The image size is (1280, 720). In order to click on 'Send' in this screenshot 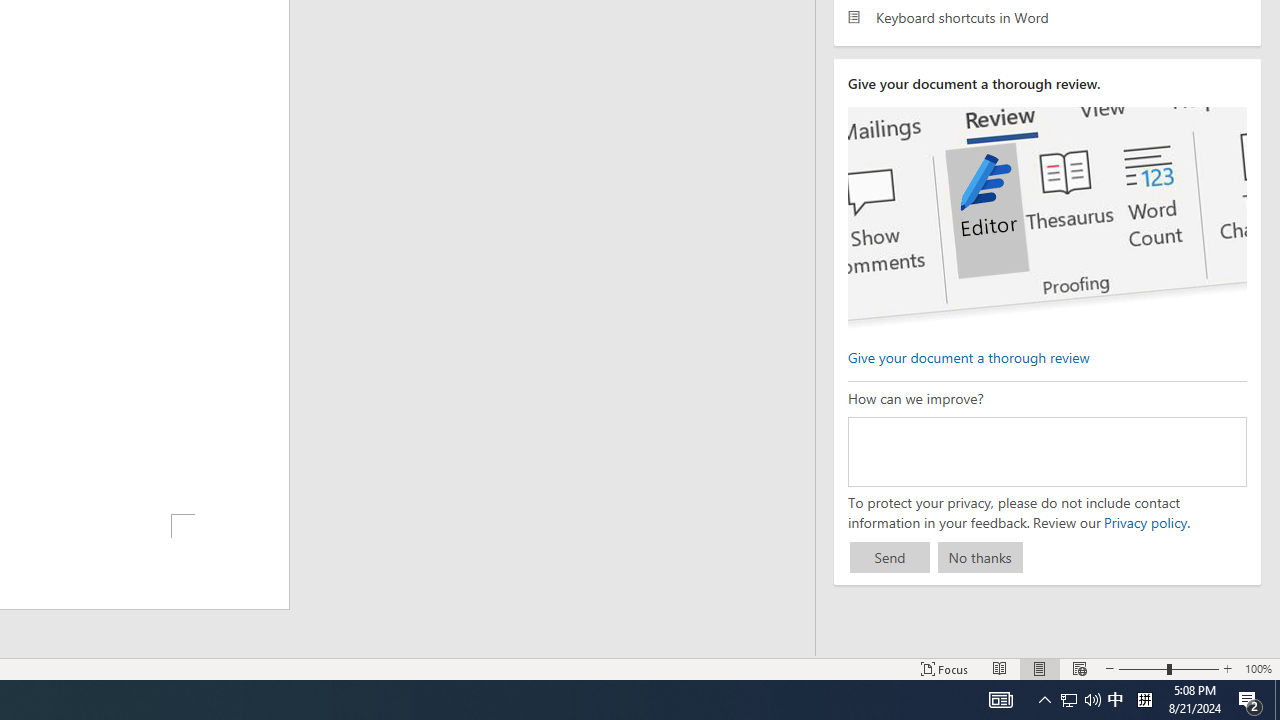, I will do `click(889, 557)`.